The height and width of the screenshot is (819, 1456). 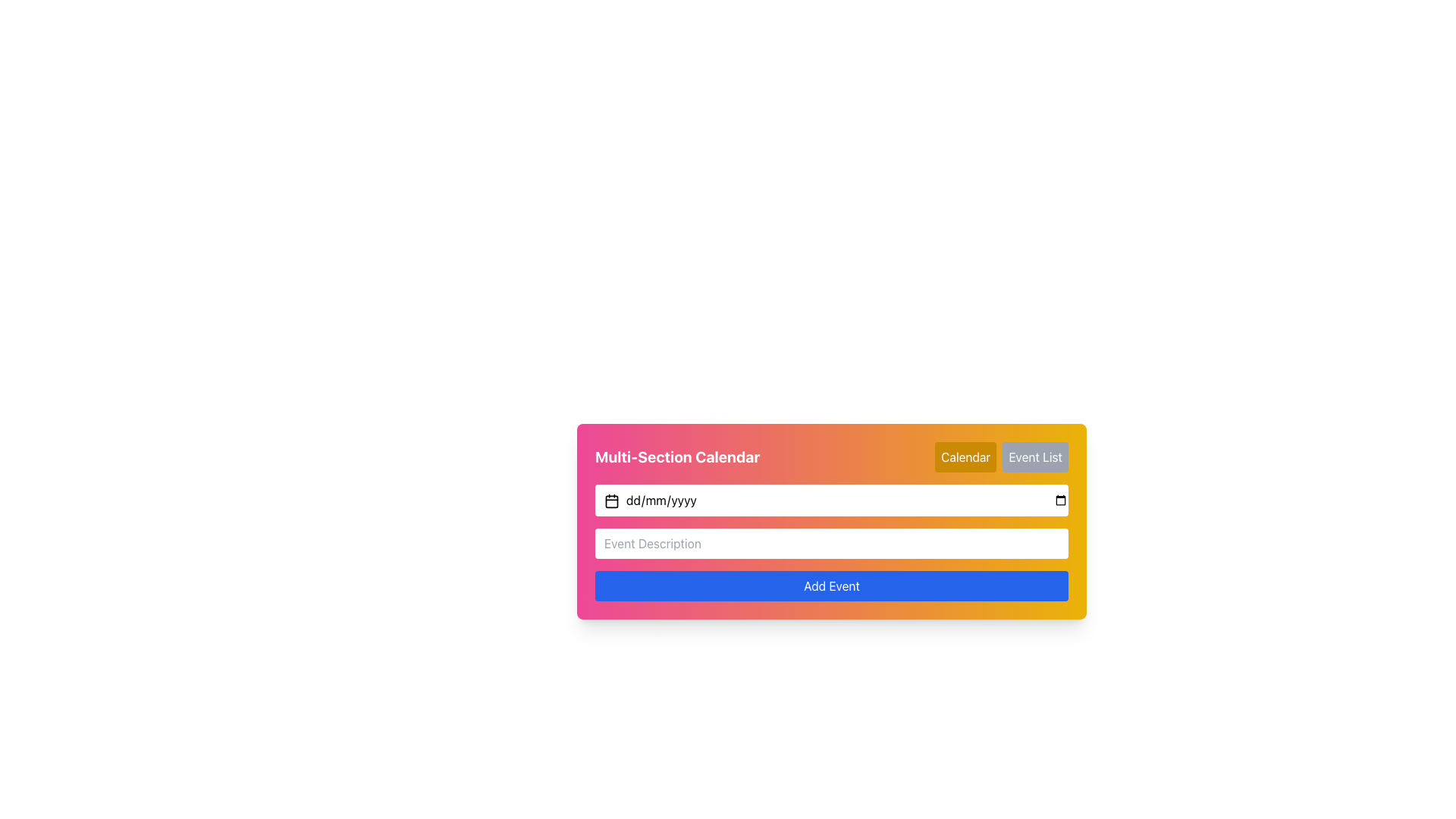 I want to click on the 'Event List' tab in the top-right corner of the Multi-Section Calendar, so click(x=1002, y=456).